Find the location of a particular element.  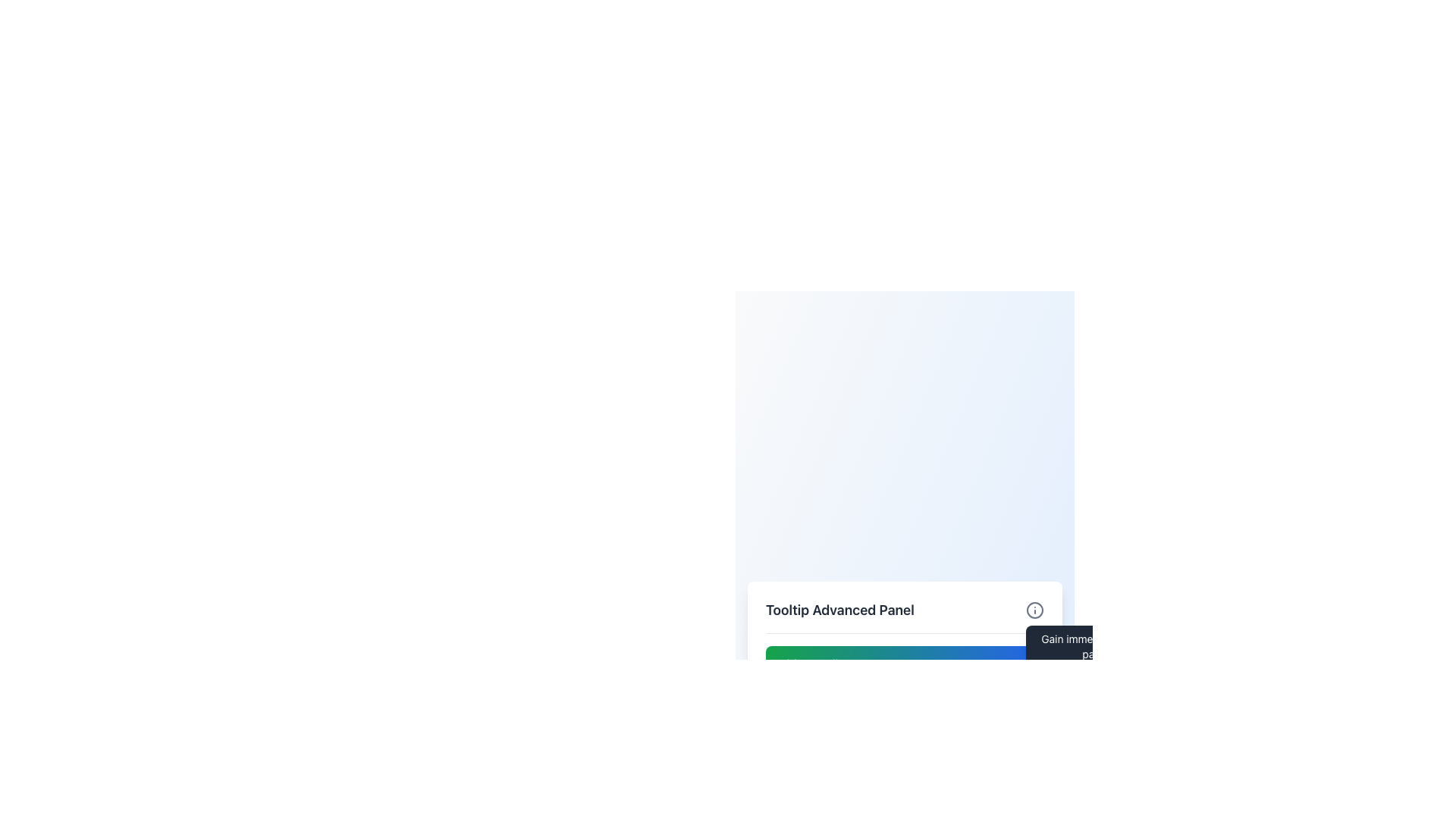

the SVG Icon located within the 'Hide Details' button is located at coordinates (1024, 663).